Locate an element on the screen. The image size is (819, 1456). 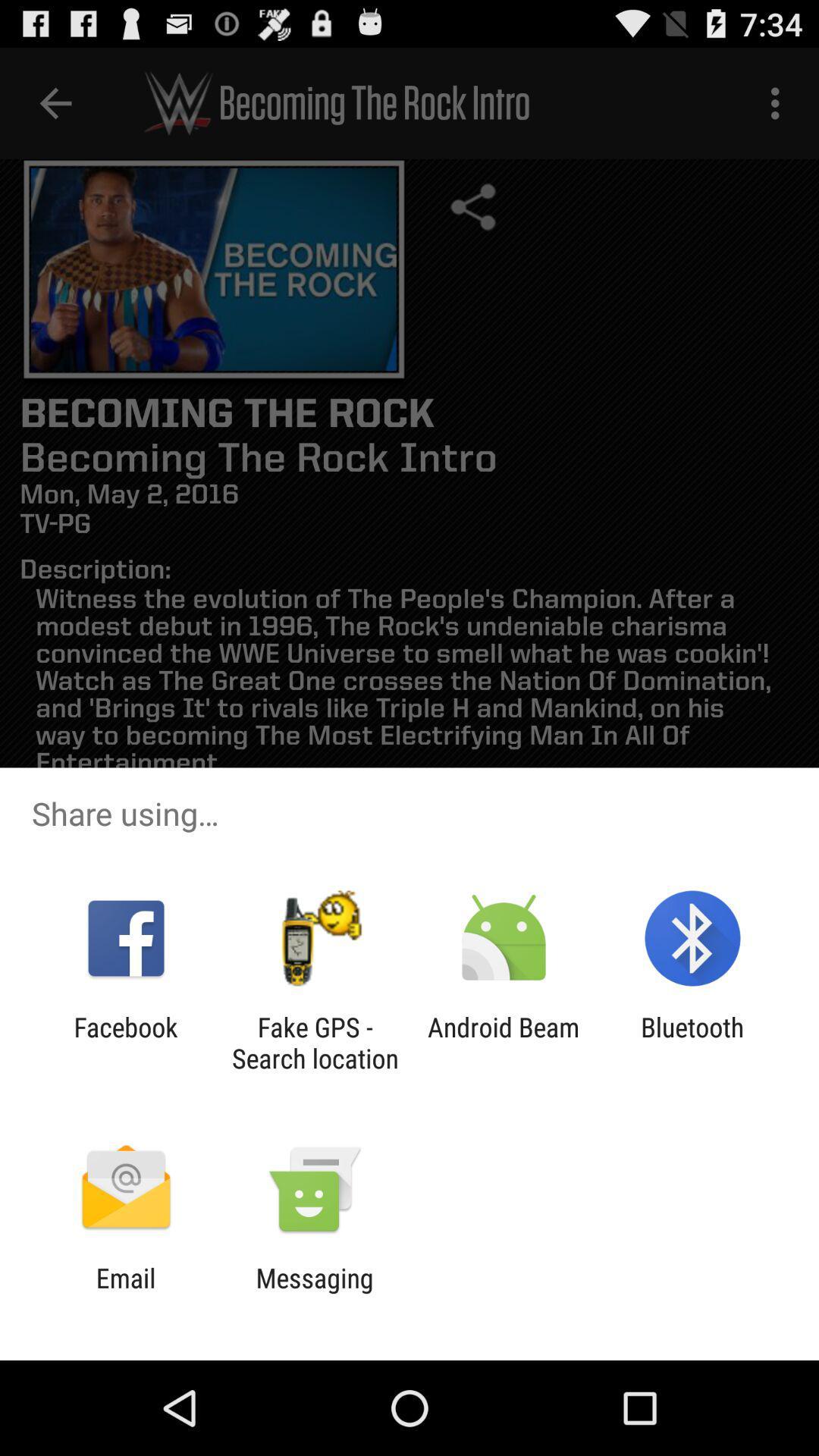
facebook app is located at coordinates (125, 1042).